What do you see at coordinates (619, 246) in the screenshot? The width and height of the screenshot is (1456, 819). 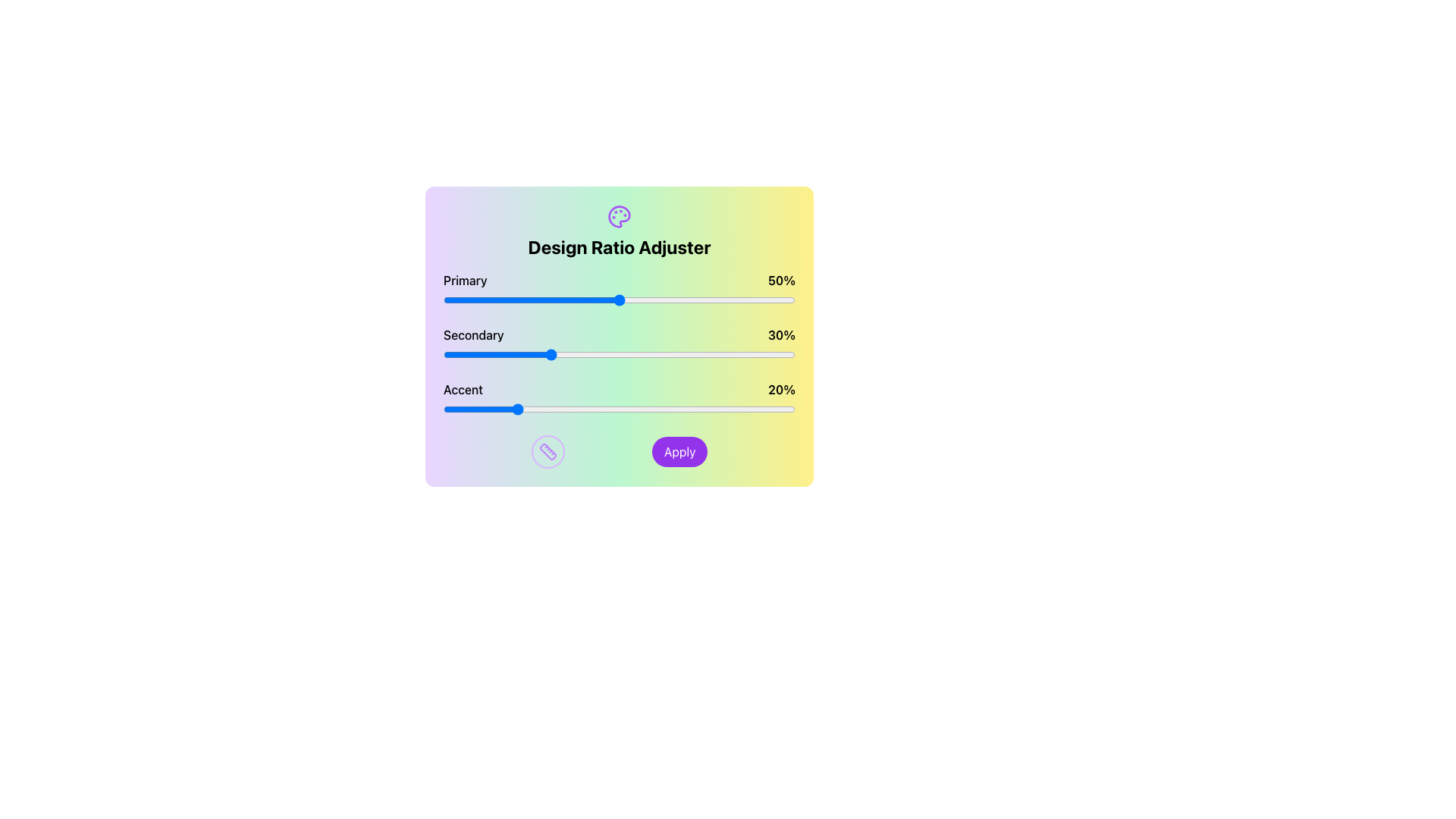 I see `the text label that reads 'Design Ratio Adjuster', which is displayed in a bold font style and located near the top of a colorful card interface, directly below a decorative icon of a palette` at bounding box center [619, 246].